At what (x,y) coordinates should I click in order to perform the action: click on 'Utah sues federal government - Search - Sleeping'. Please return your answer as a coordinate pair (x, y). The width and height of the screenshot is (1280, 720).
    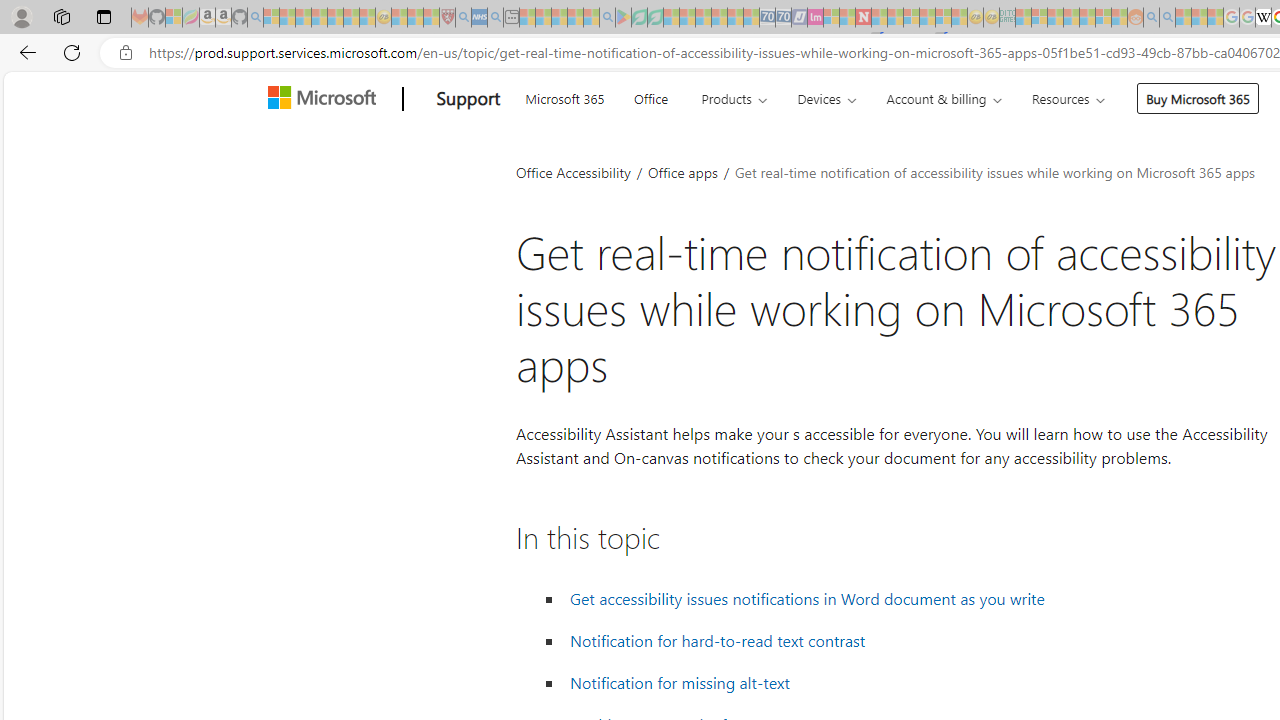
    Looking at the image, I should click on (1167, 17).